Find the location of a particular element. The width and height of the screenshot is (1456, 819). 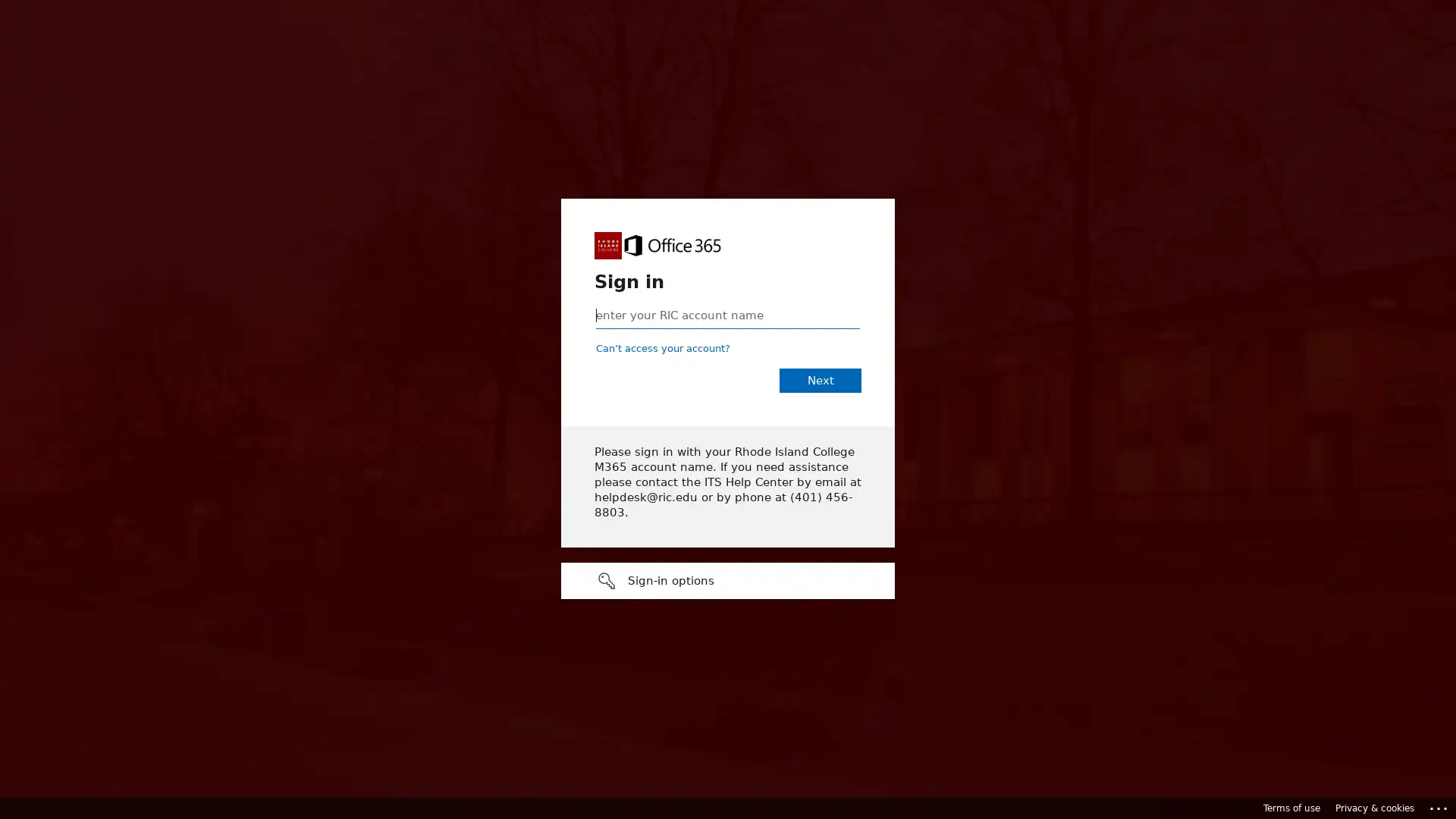

Click here for troubleshooting information is located at coordinates (1439, 805).